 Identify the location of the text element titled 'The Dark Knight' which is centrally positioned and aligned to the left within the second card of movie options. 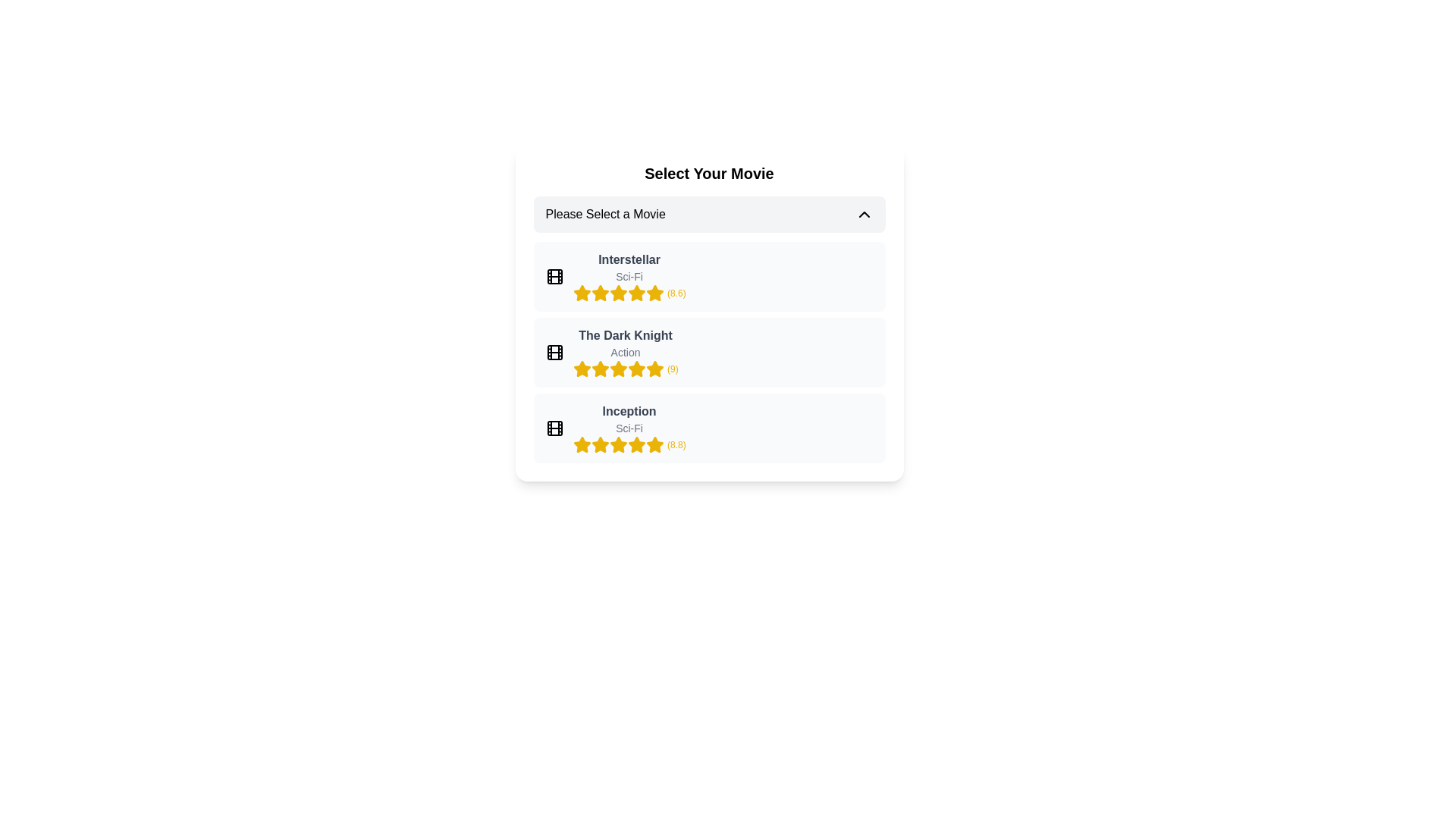
(626, 335).